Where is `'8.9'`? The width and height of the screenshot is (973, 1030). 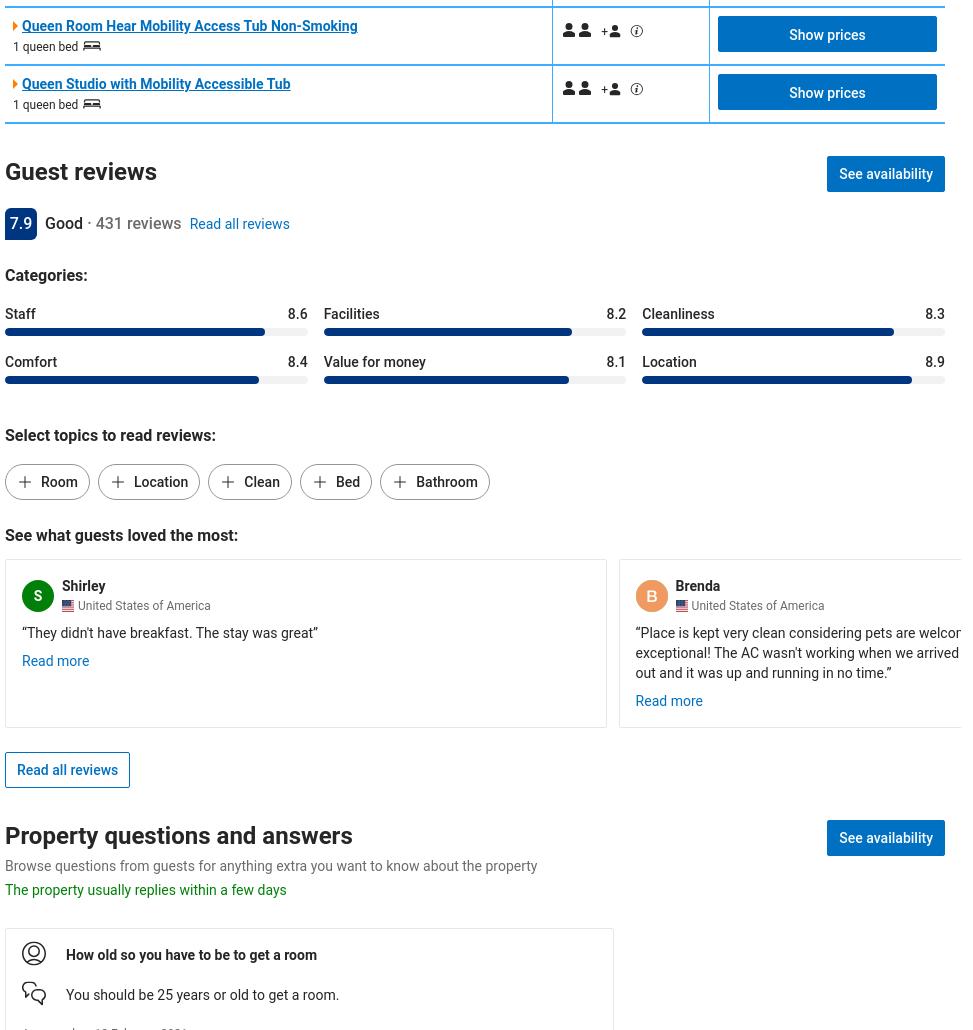 '8.9' is located at coordinates (924, 362).